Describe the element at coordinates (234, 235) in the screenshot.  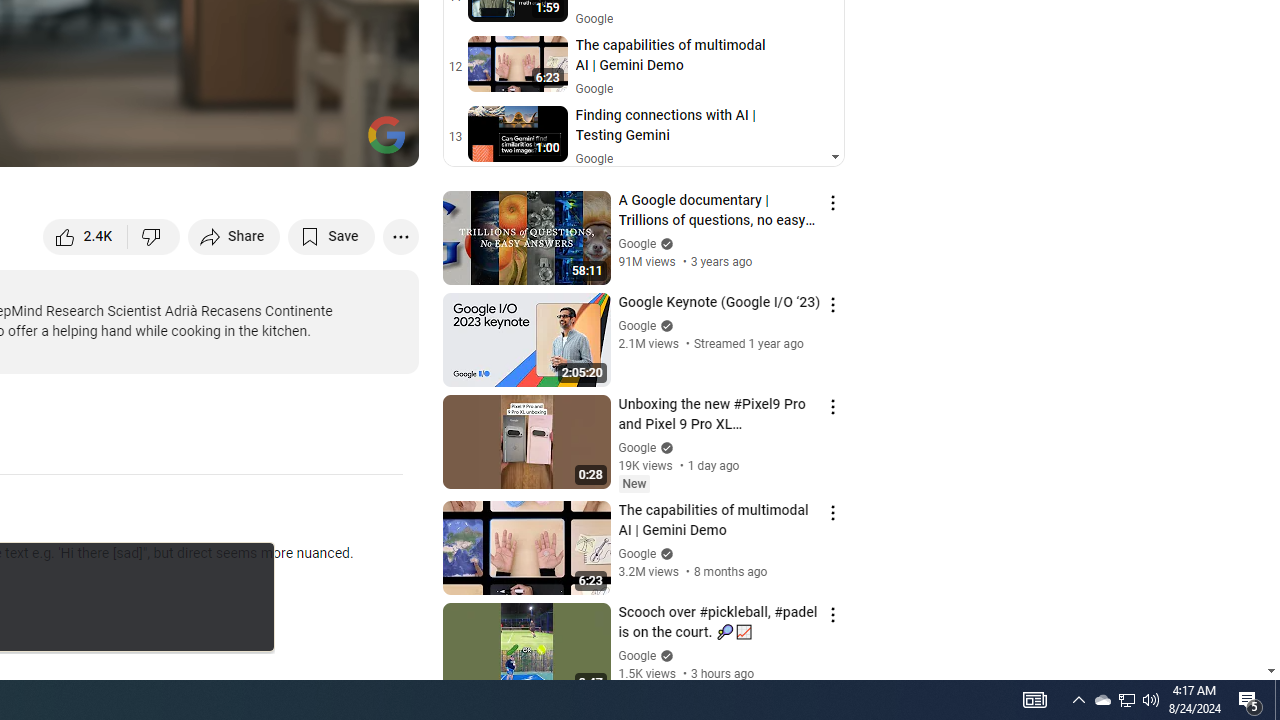
I see `'Share'` at that location.